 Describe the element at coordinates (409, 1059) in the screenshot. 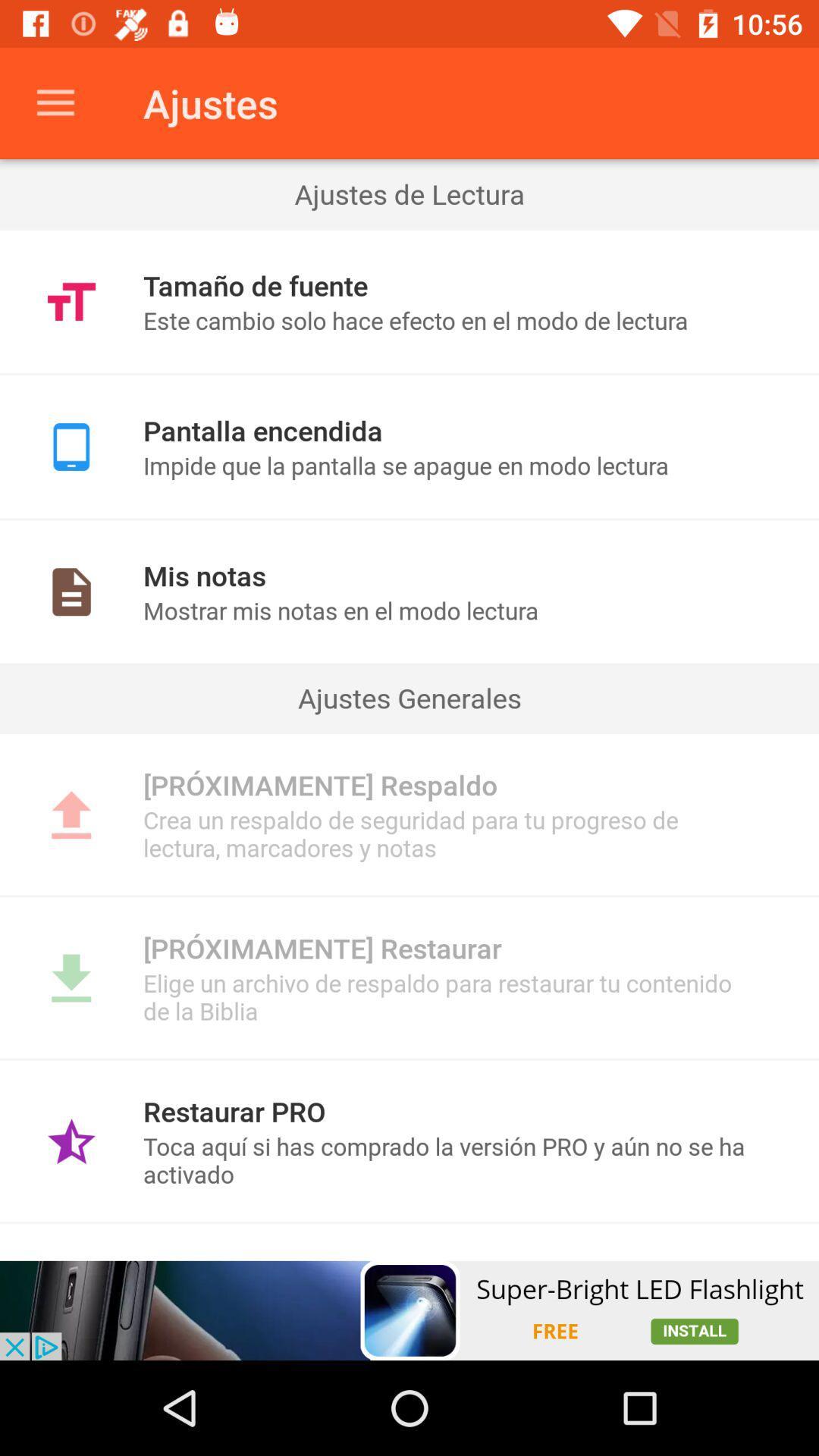

I see `icon below elige un archivo icon` at that location.